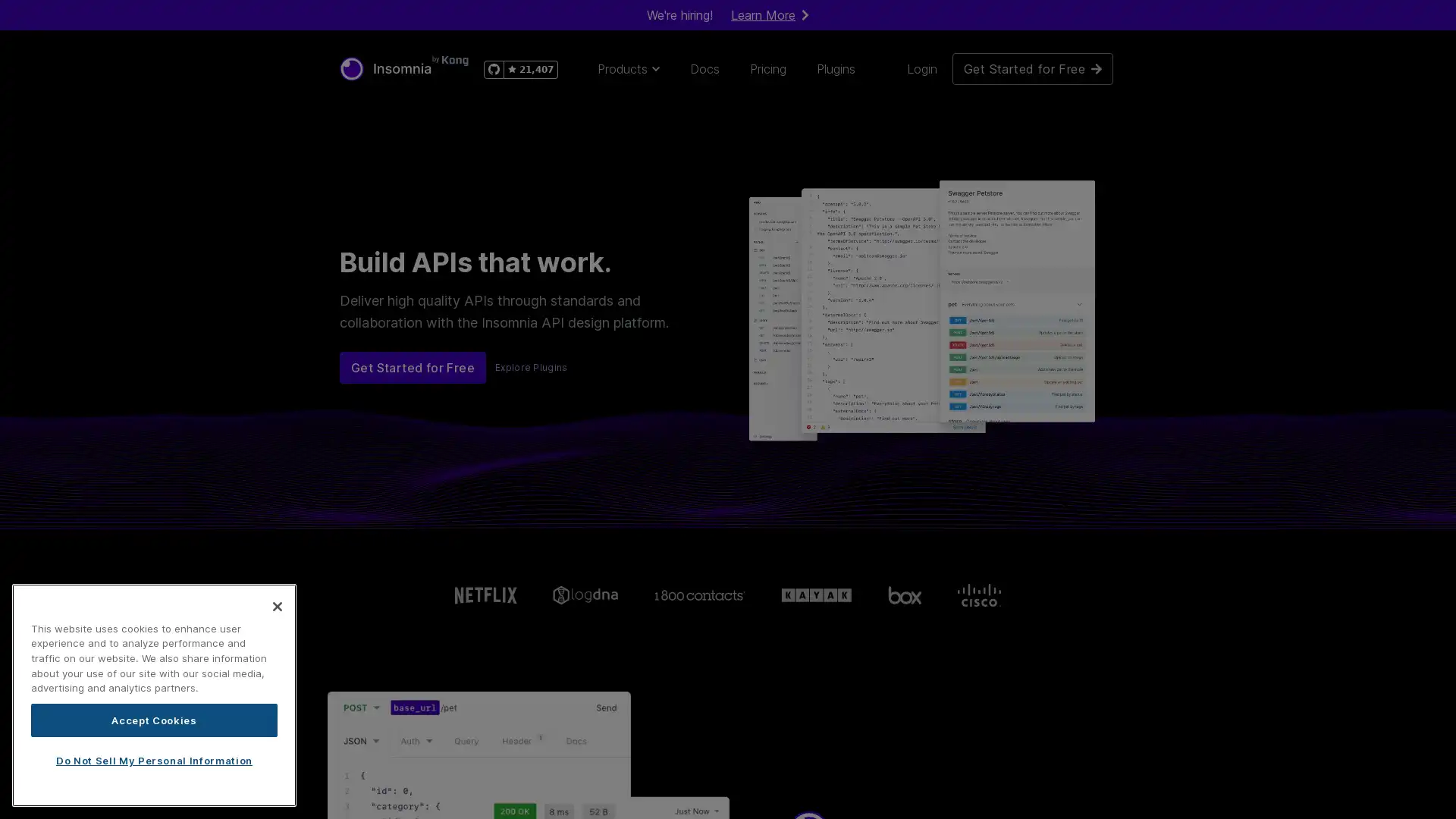  I want to click on Accept Cookies, so click(154, 719).